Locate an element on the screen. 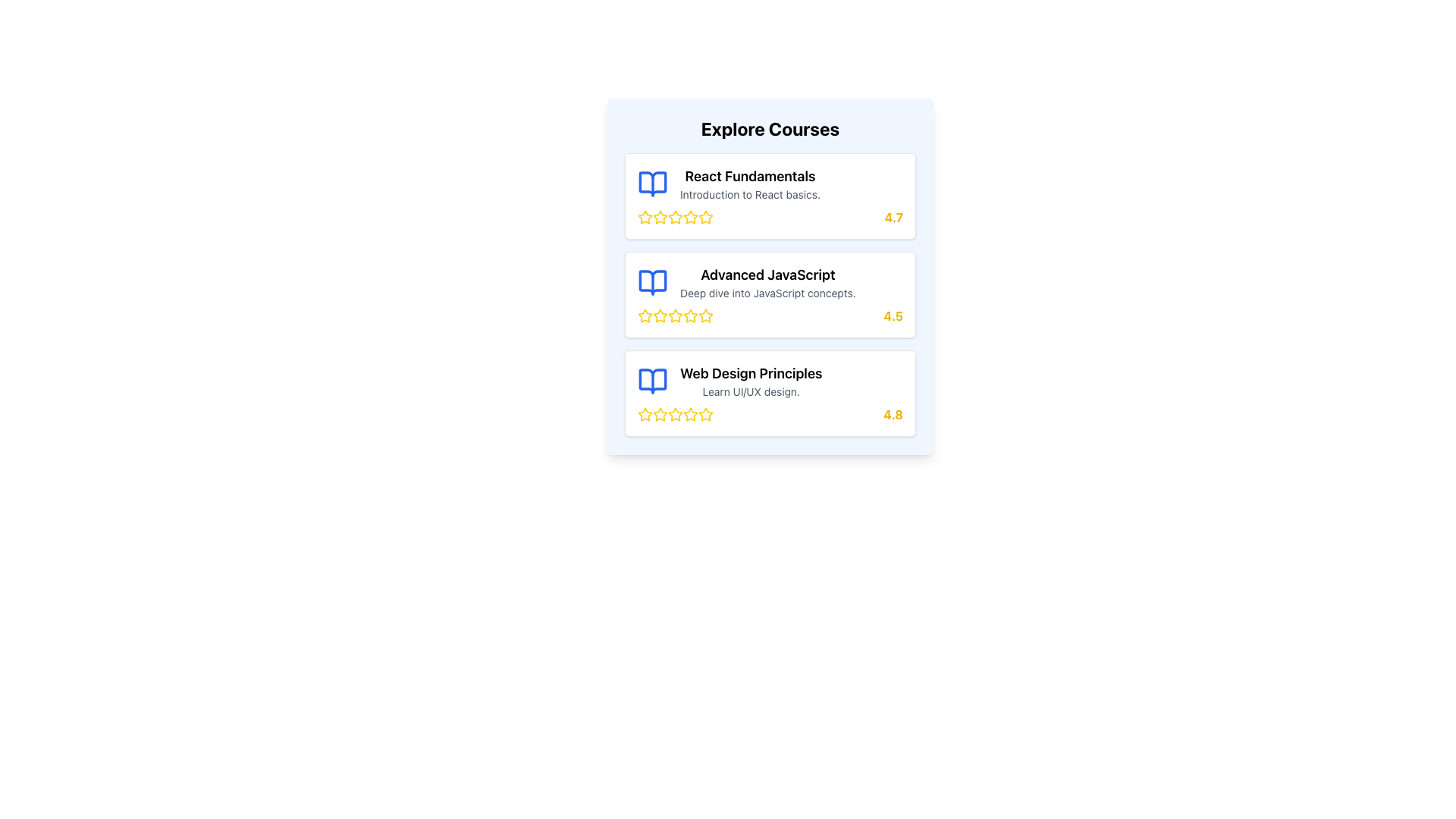 The image size is (1456, 819). third star icon in the sequence of rating stars for the 'Web Design Principles' course card is located at coordinates (660, 415).